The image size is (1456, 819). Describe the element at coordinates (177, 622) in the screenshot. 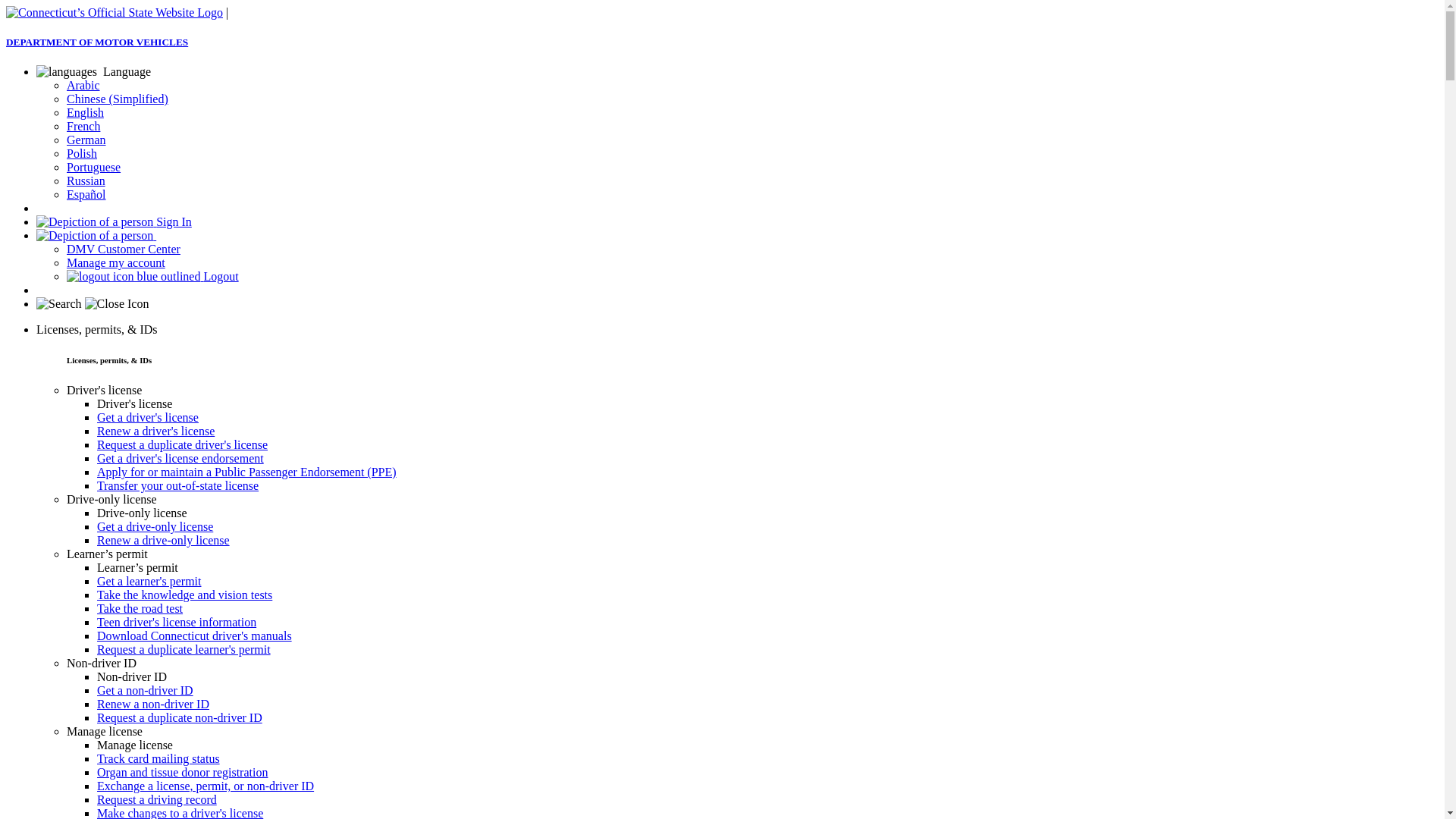

I see `'Teen driver's license information'` at that location.